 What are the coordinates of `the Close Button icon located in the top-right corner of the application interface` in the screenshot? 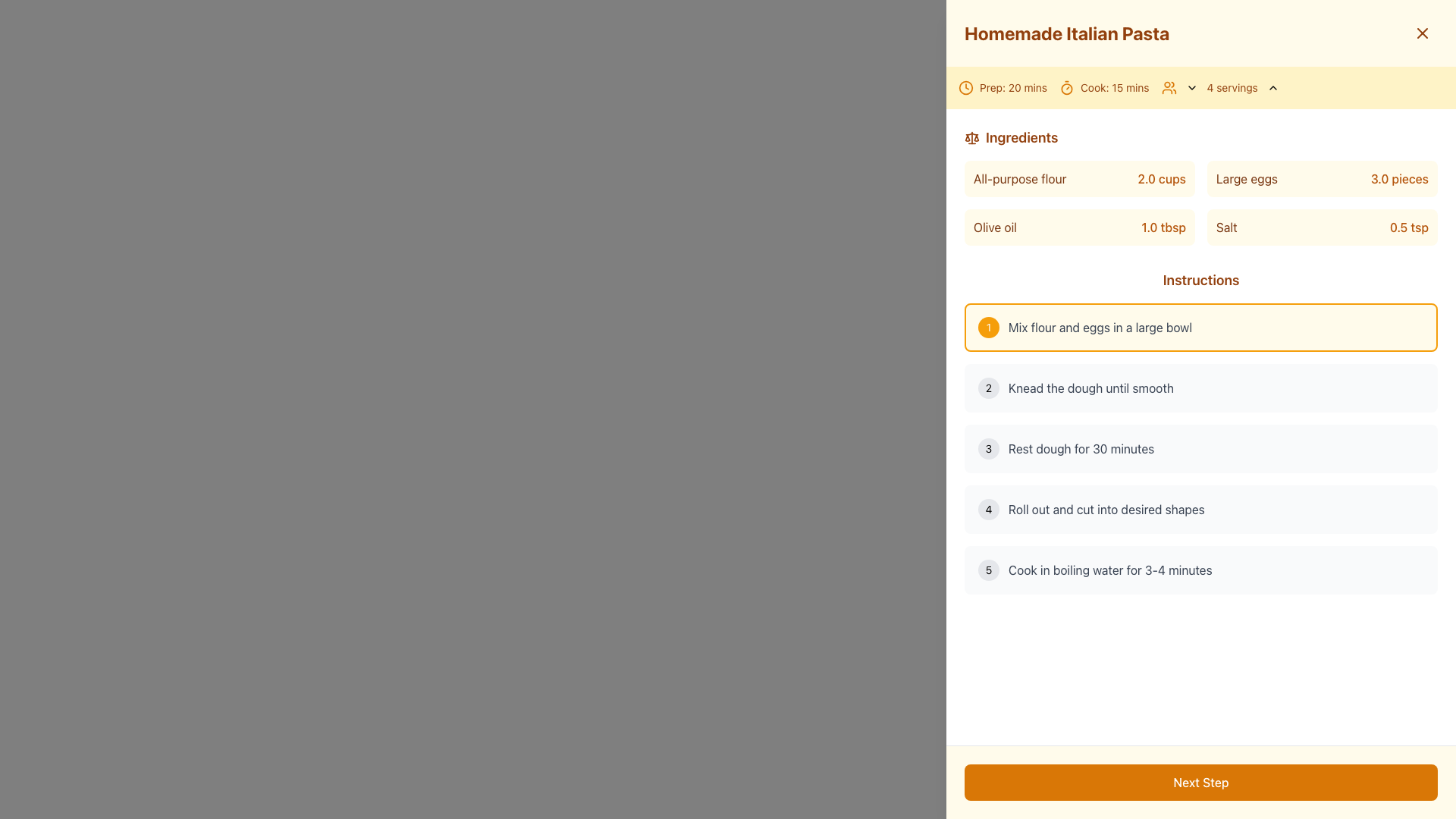 It's located at (1422, 33).